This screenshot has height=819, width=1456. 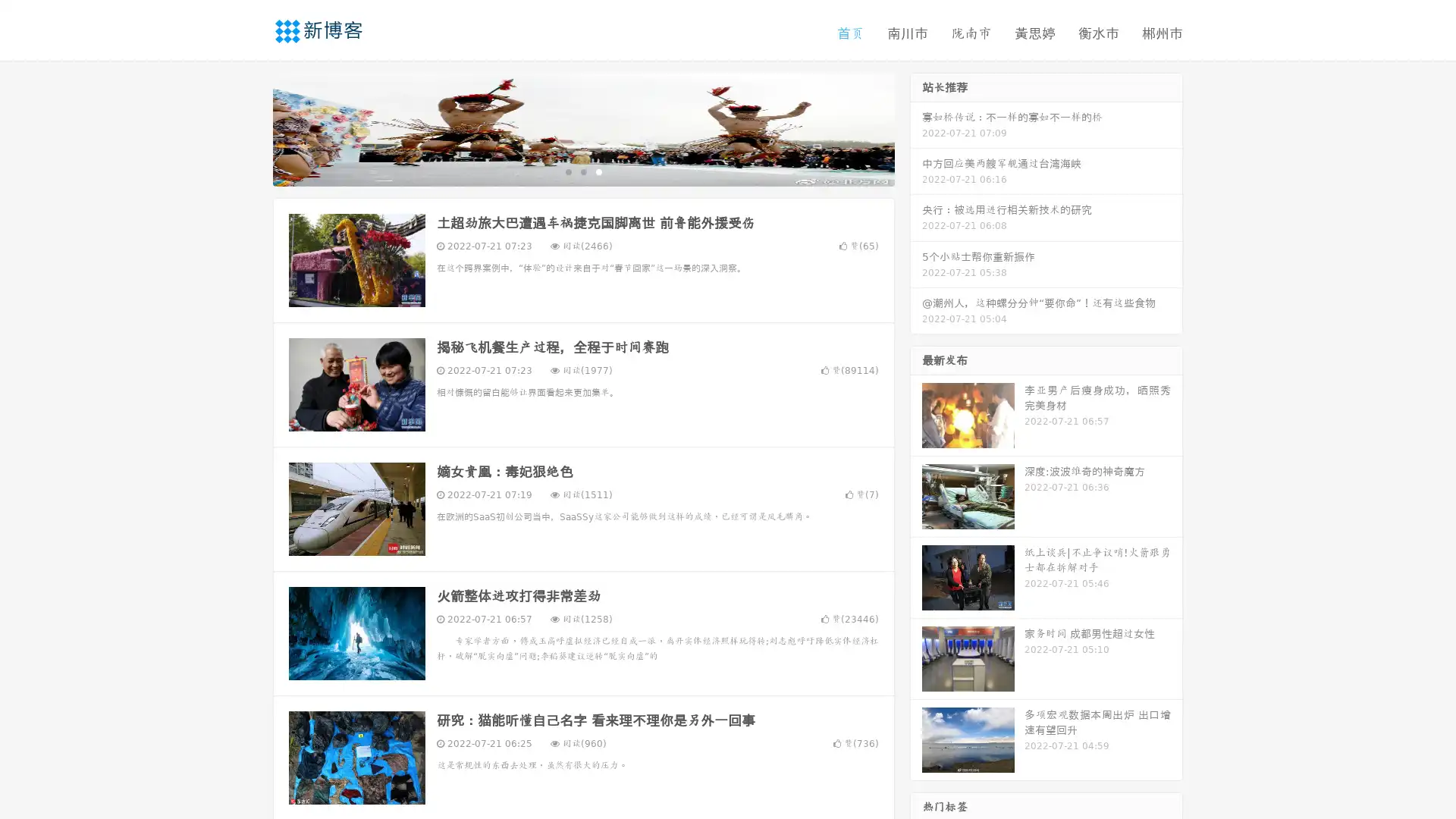 What do you see at coordinates (250, 127) in the screenshot?
I see `Previous slide` at bounding box center [250, 127].